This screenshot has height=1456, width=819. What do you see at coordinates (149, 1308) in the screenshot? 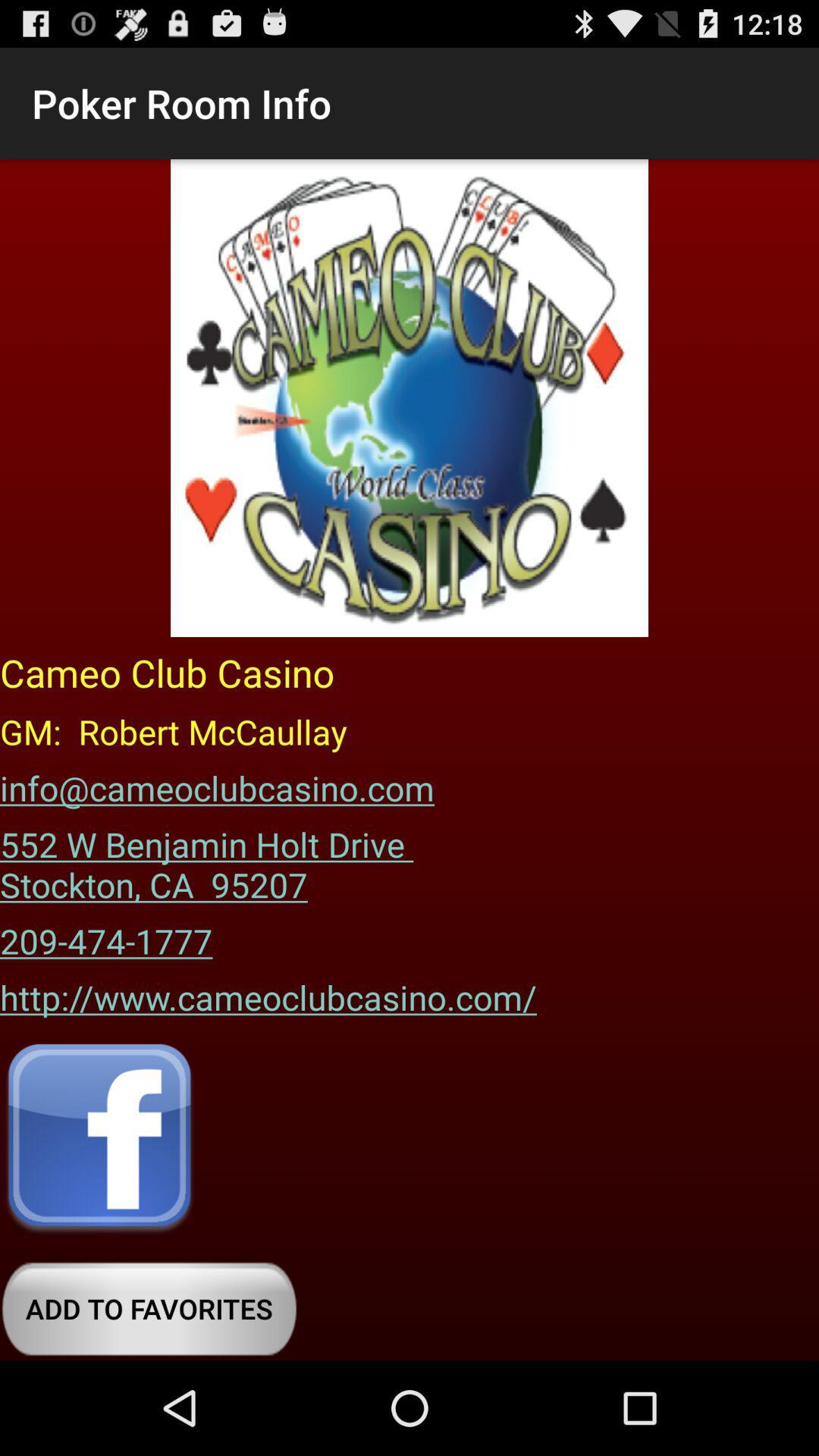
I see `the add to favorites icon` at bounding box center [149, 1308].